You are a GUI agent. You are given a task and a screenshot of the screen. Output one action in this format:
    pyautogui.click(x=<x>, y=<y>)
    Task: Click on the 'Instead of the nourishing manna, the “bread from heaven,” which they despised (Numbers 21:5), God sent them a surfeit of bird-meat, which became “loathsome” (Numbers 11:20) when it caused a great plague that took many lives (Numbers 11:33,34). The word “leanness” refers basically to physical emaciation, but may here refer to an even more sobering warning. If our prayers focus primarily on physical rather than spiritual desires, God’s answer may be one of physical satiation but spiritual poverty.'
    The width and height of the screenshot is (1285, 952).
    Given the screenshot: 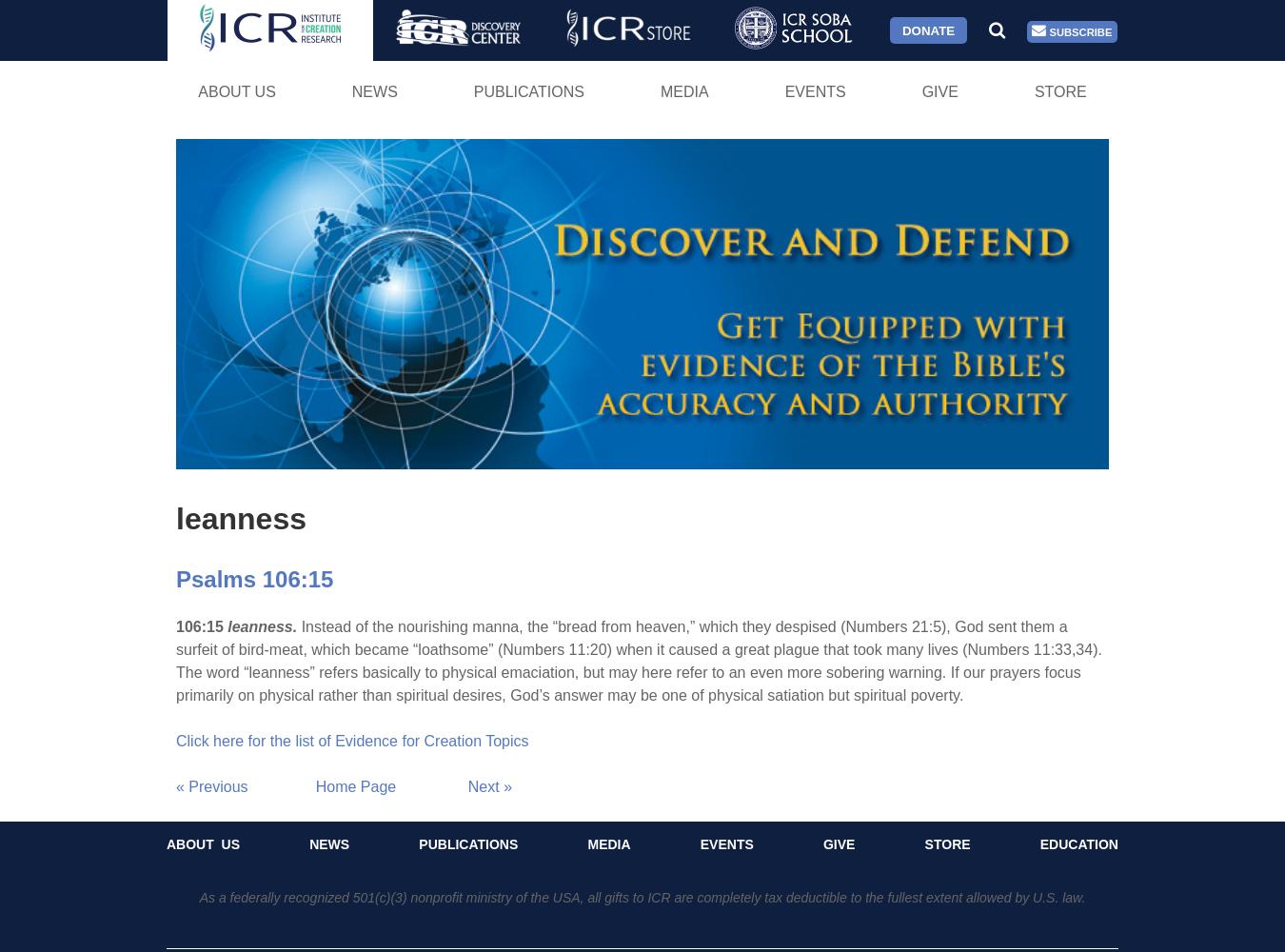 What is the action you would take?
    pyautogui.click(x=638, y=659)
    